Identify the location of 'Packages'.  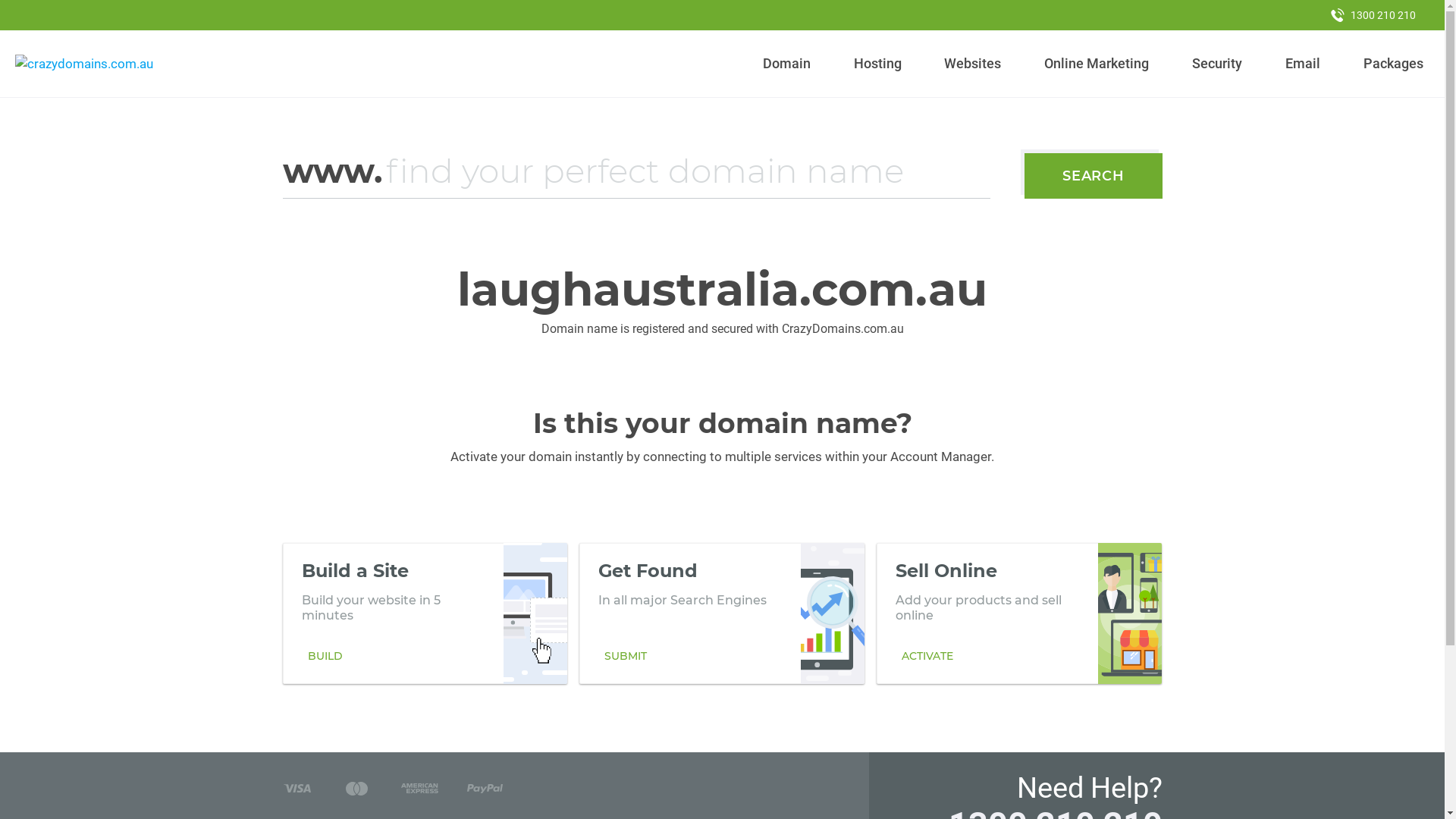
(1357, 63).